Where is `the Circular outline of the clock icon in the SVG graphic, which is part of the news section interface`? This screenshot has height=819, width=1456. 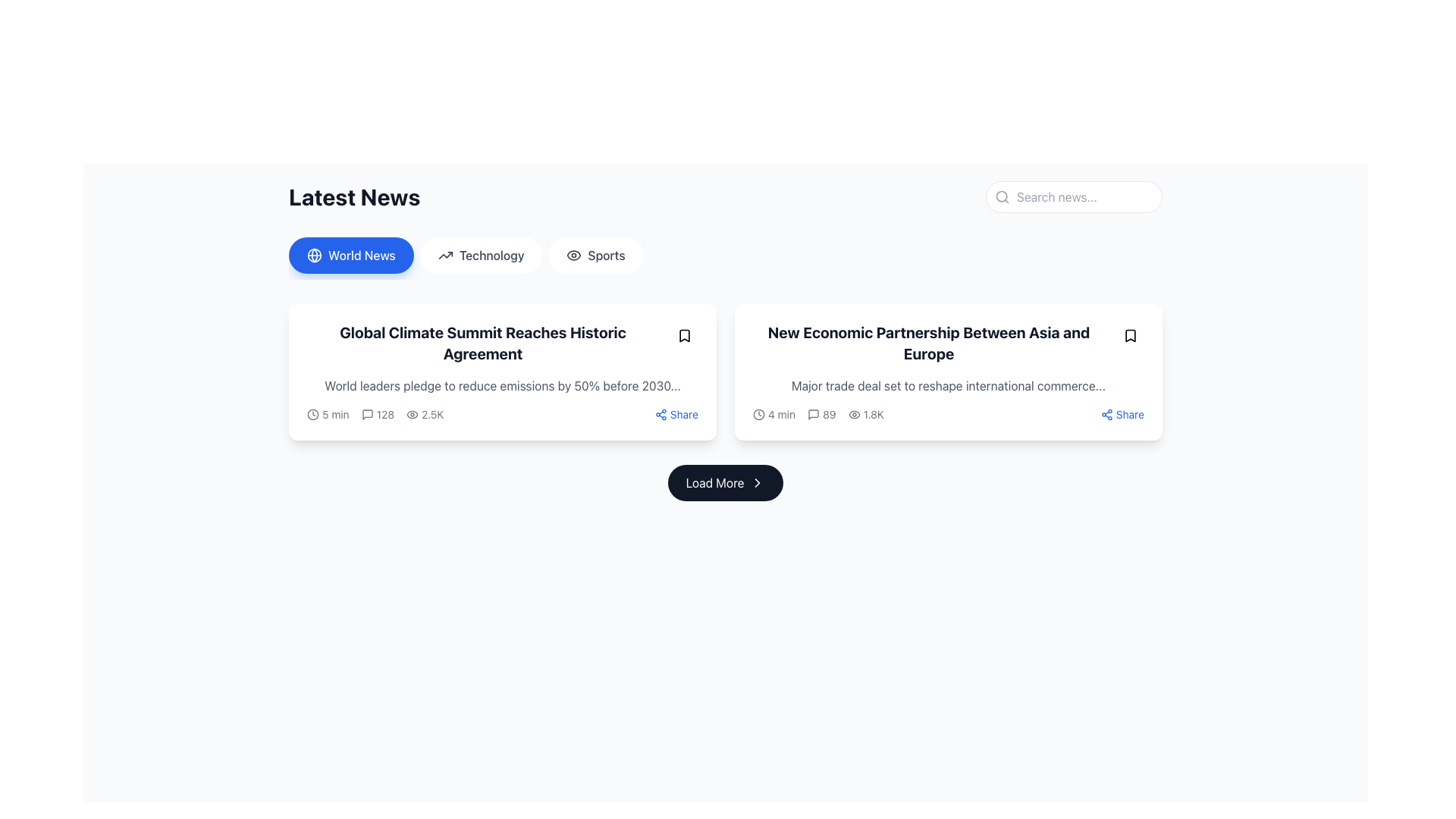 the Circular outline of the clock icon in the SVG graphic, which is part of the news section interface is located at coordinates (312, 415).